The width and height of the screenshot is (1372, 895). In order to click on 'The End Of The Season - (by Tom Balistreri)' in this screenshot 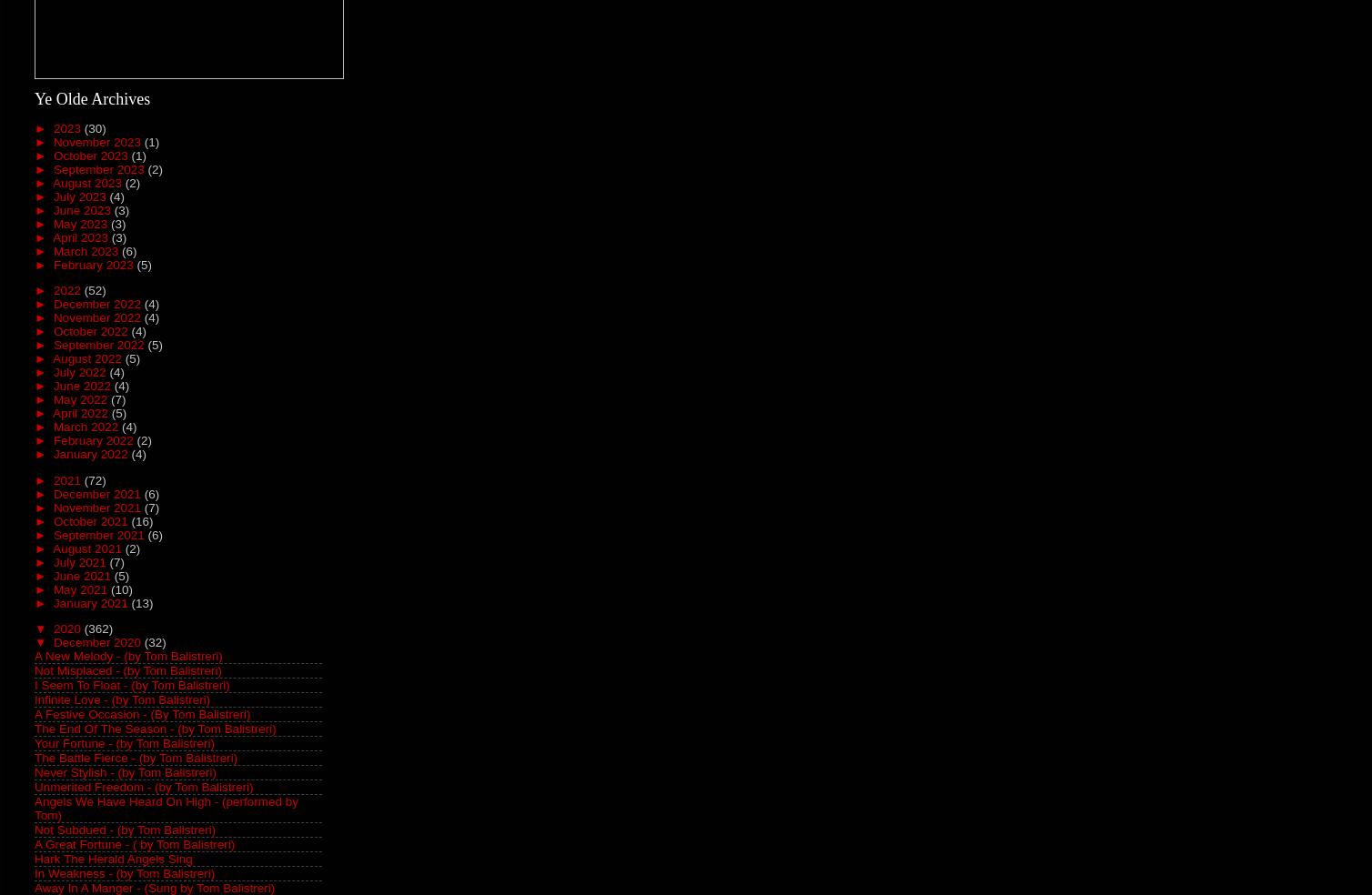, I will do `click(155, 728)`.